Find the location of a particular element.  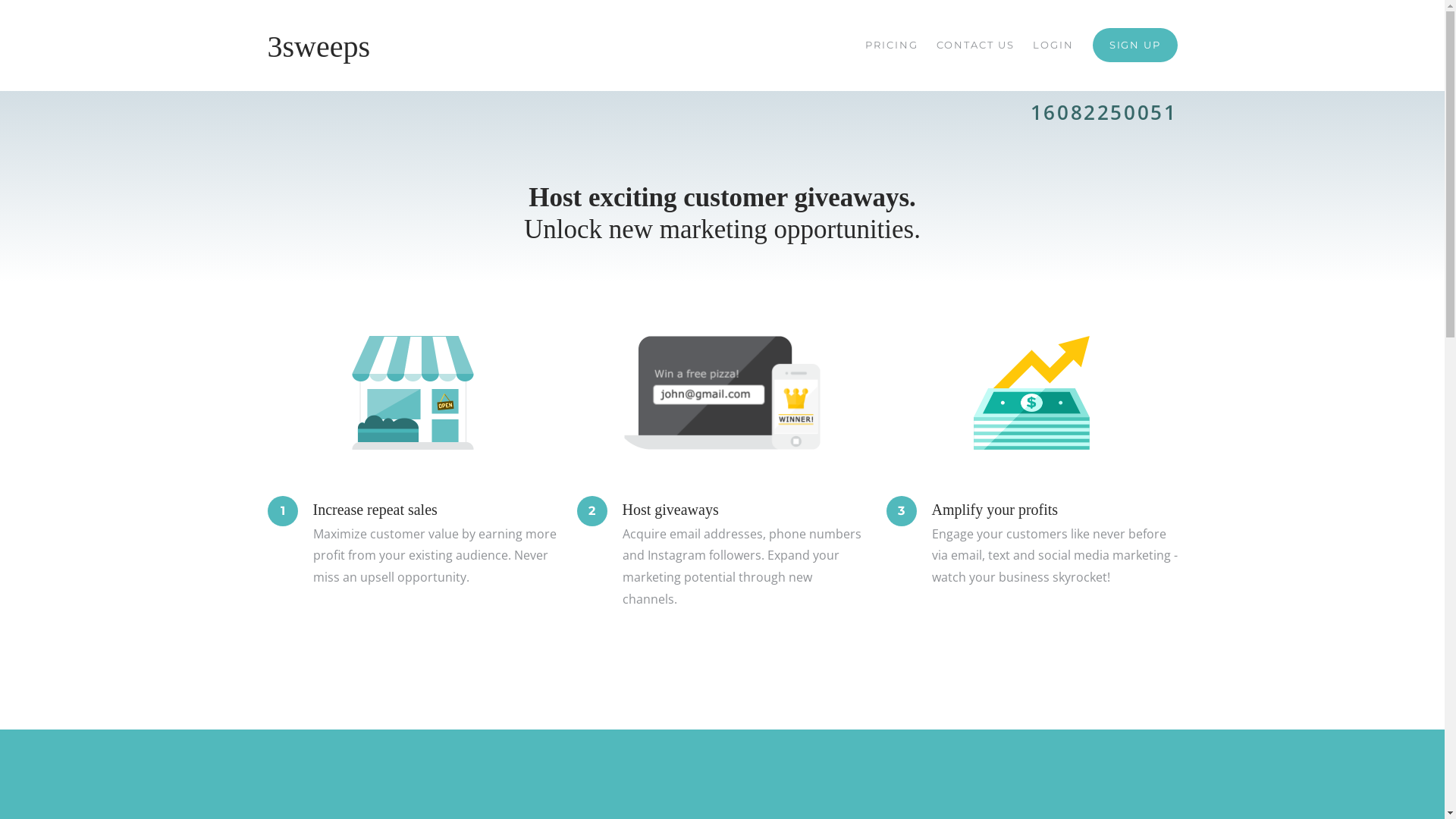

'16082250051' is located at coordinates (1103, 111).